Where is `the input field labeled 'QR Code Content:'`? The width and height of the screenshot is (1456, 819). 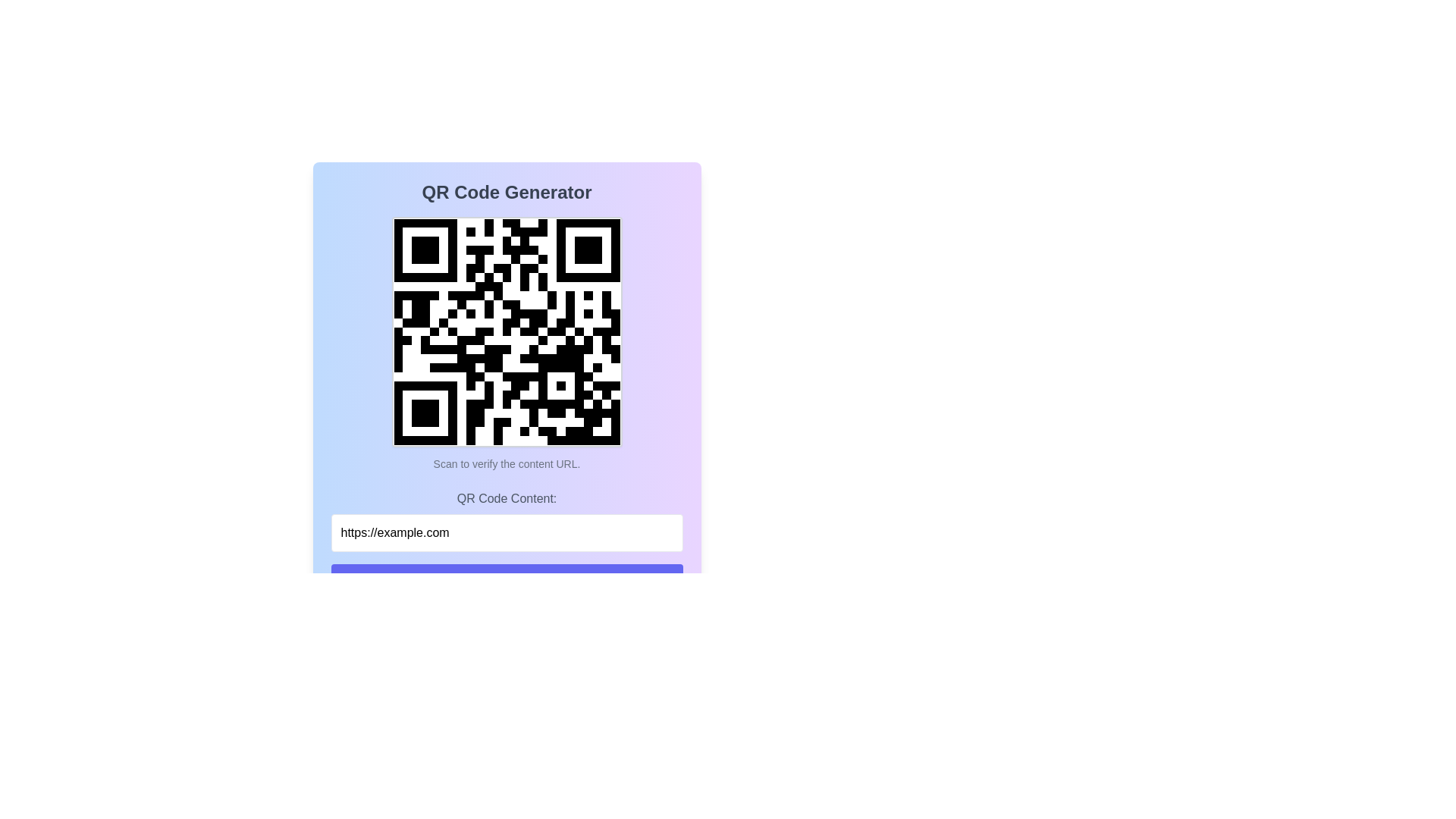
the input field labeled 'QR Code Content:' is located at coordinates (507, 519).